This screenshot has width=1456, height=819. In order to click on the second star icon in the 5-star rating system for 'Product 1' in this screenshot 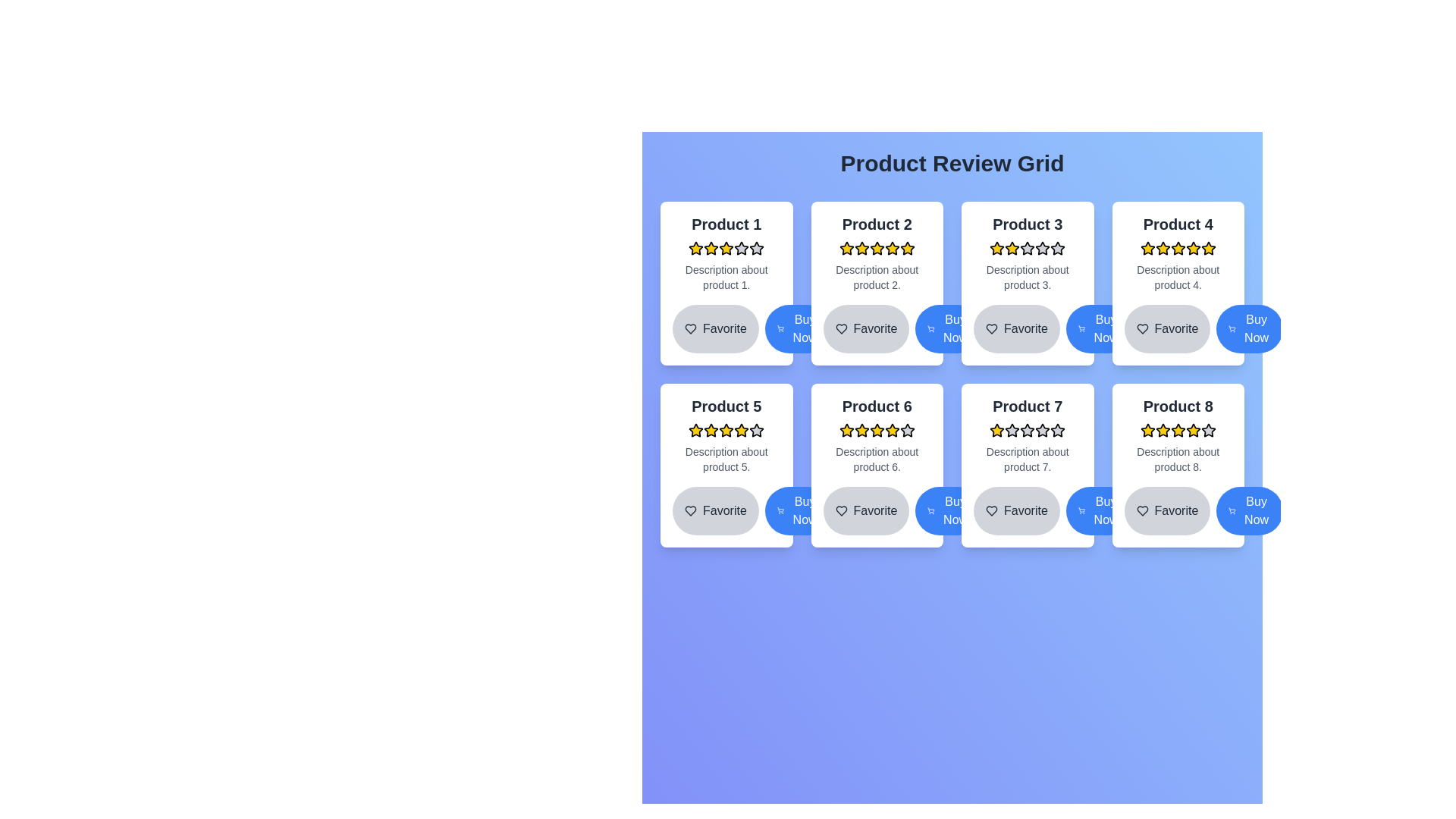, I will do `click(726, 247)`.